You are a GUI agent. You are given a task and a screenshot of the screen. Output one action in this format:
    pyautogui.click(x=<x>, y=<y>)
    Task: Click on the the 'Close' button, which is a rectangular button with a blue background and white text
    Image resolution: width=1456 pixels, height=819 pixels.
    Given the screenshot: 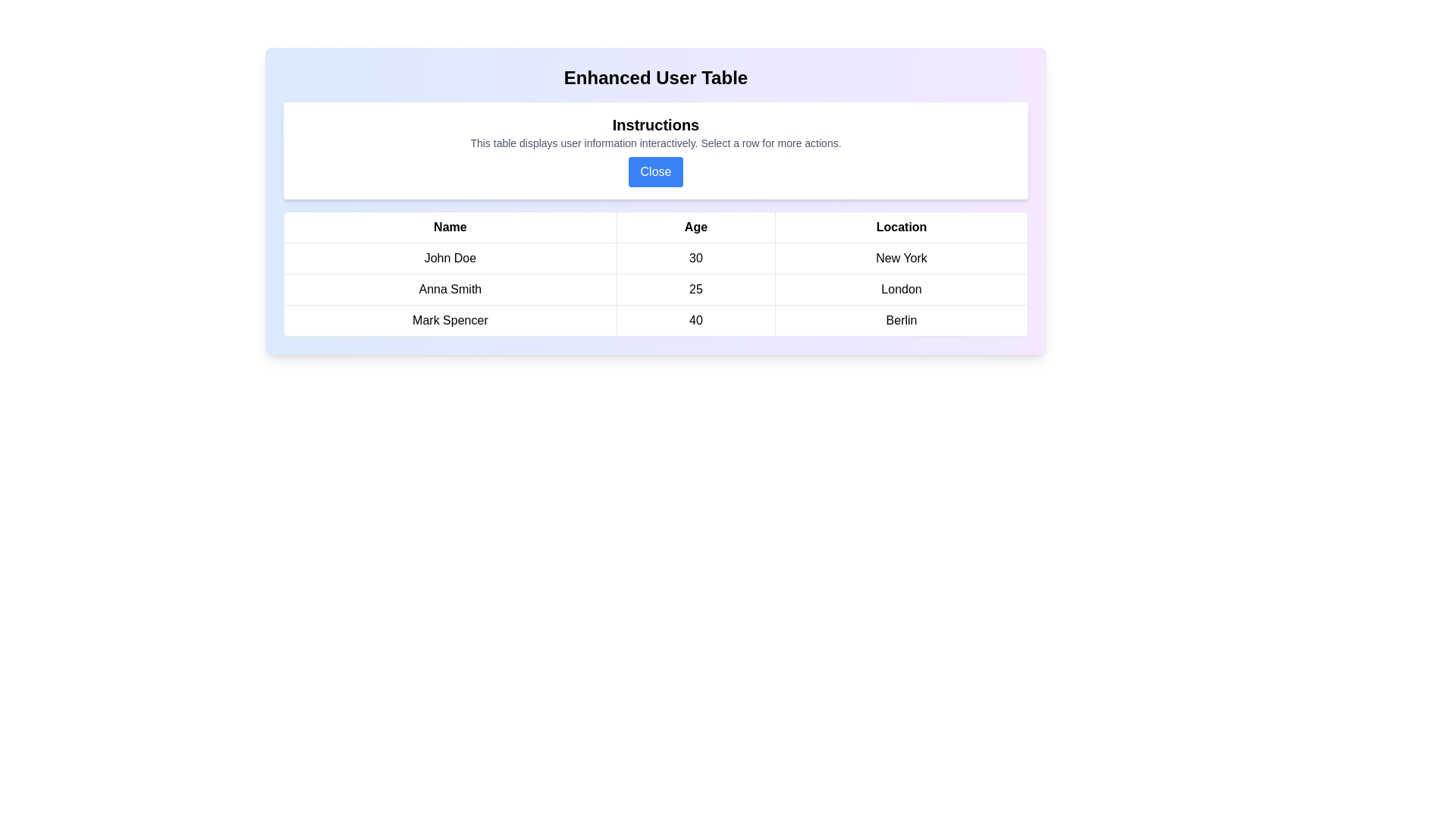 What is the action you would take?
    pyautogui.click(x=655, y=171)
    